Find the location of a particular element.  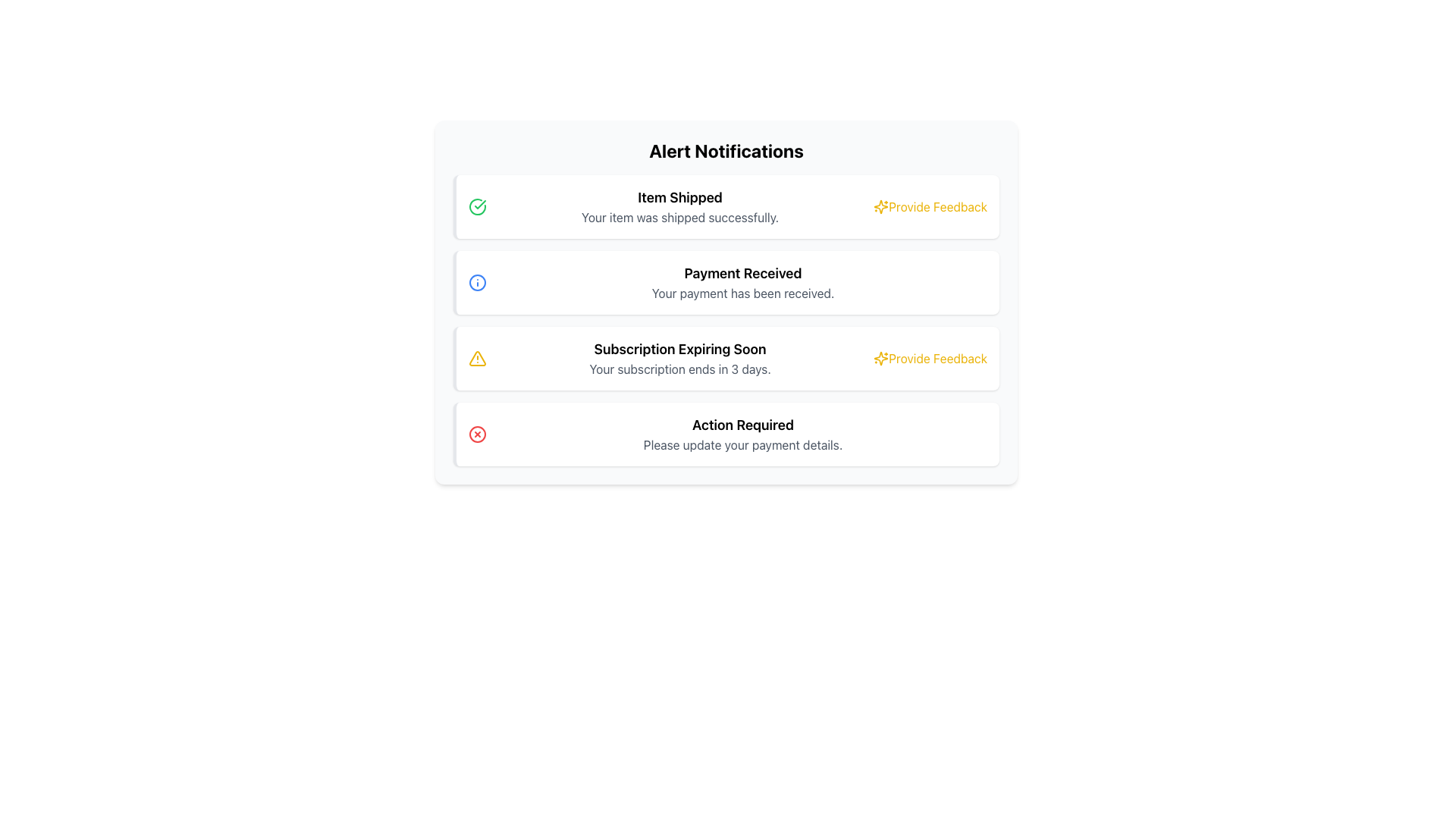

the circular information icon with a blue outline, located in the 'Payment Received' card in the 'Alert Notifications' list is located at coordinates (476, 283).